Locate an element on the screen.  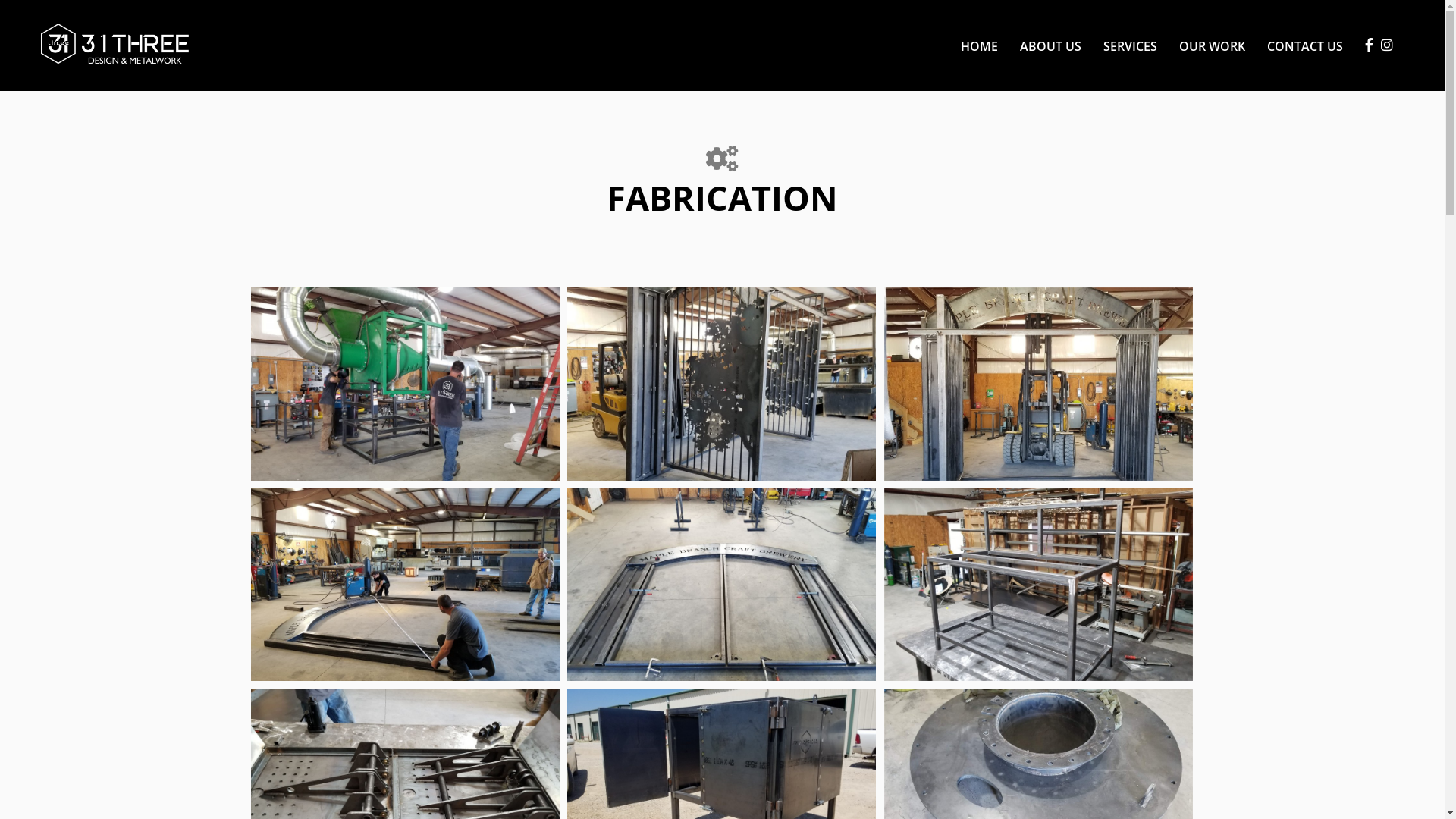
'CONTACT US' is located at coordinates (1298, 45).